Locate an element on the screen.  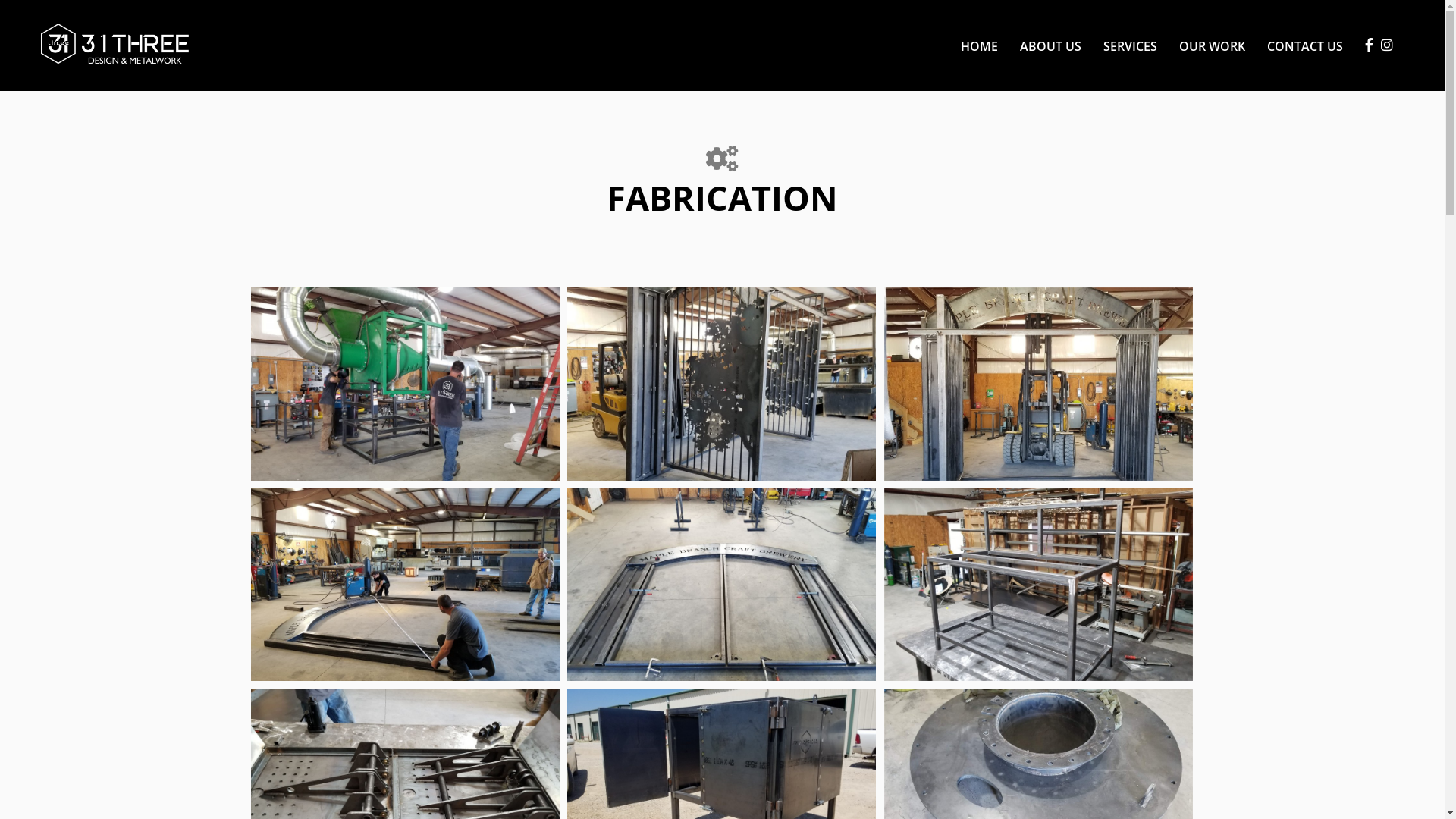
'CONTACT US' is located at coordinates (1298, 45).